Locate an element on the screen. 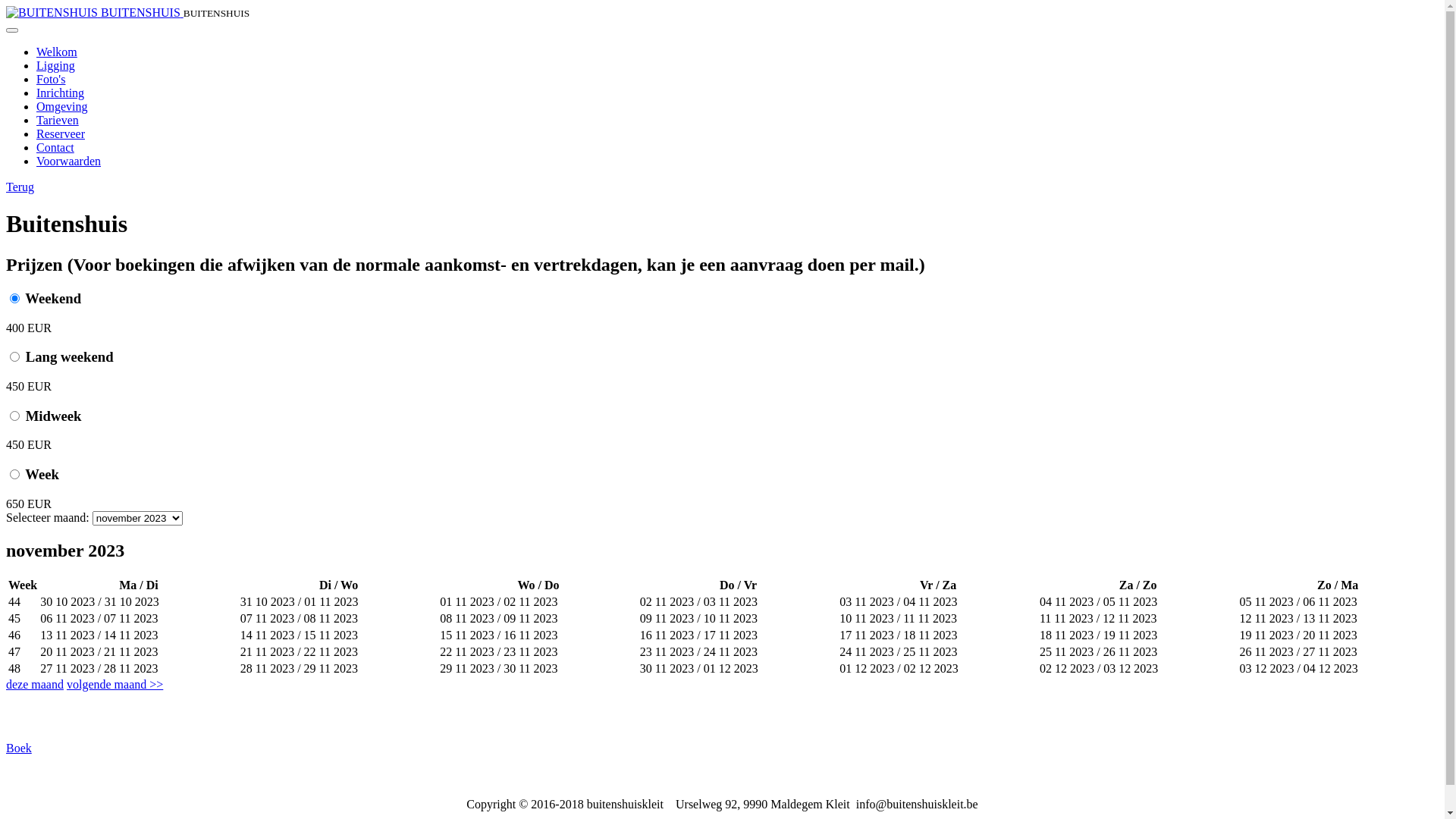 This screenshot has width=1456, height=819. 'BUITENSHUIS' is located at coordinates (6, 12).